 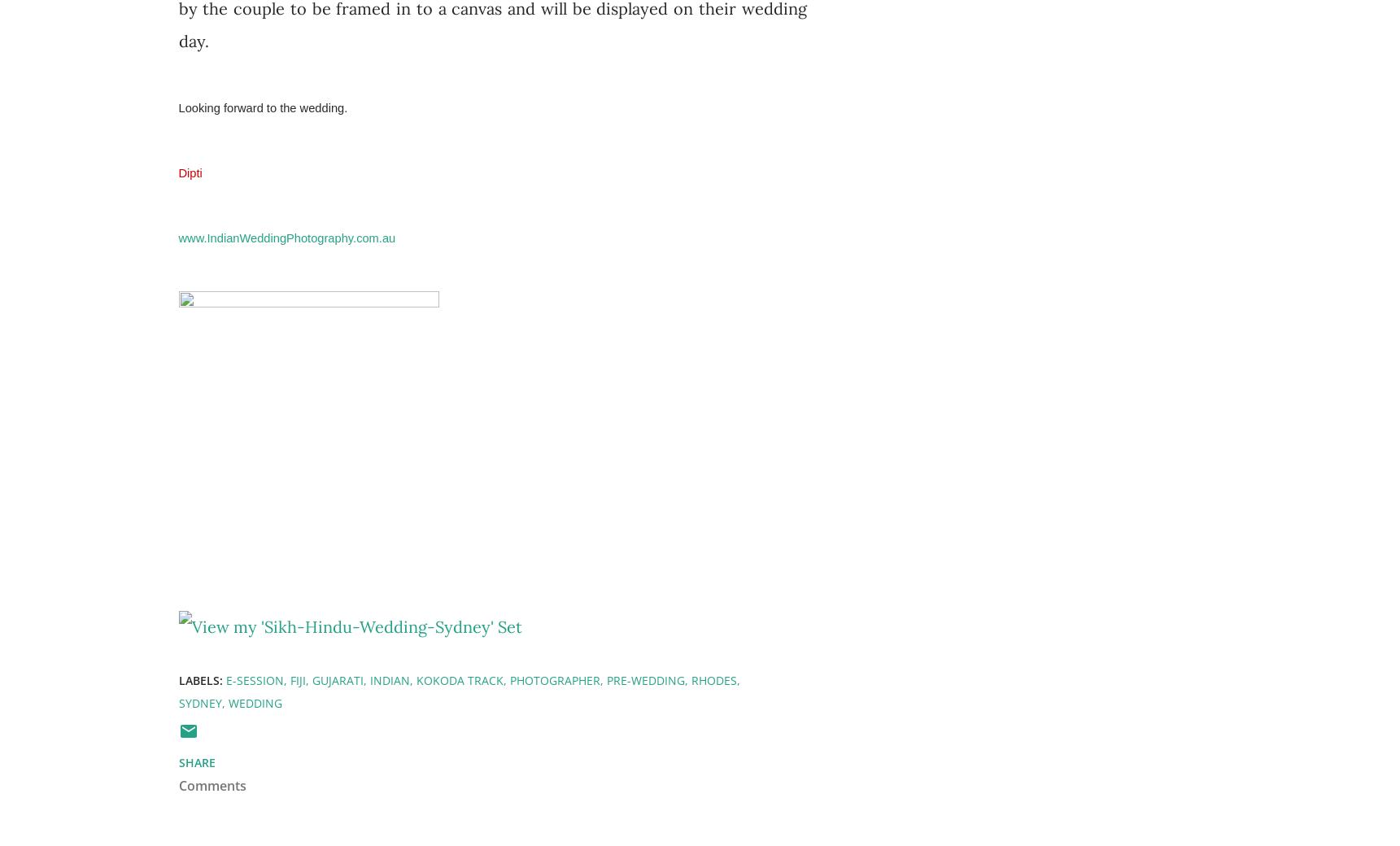 What do you see at coordinates (553, 678) in the screenshot?
I see `'Photographer'` at bounding box center [553, 678].